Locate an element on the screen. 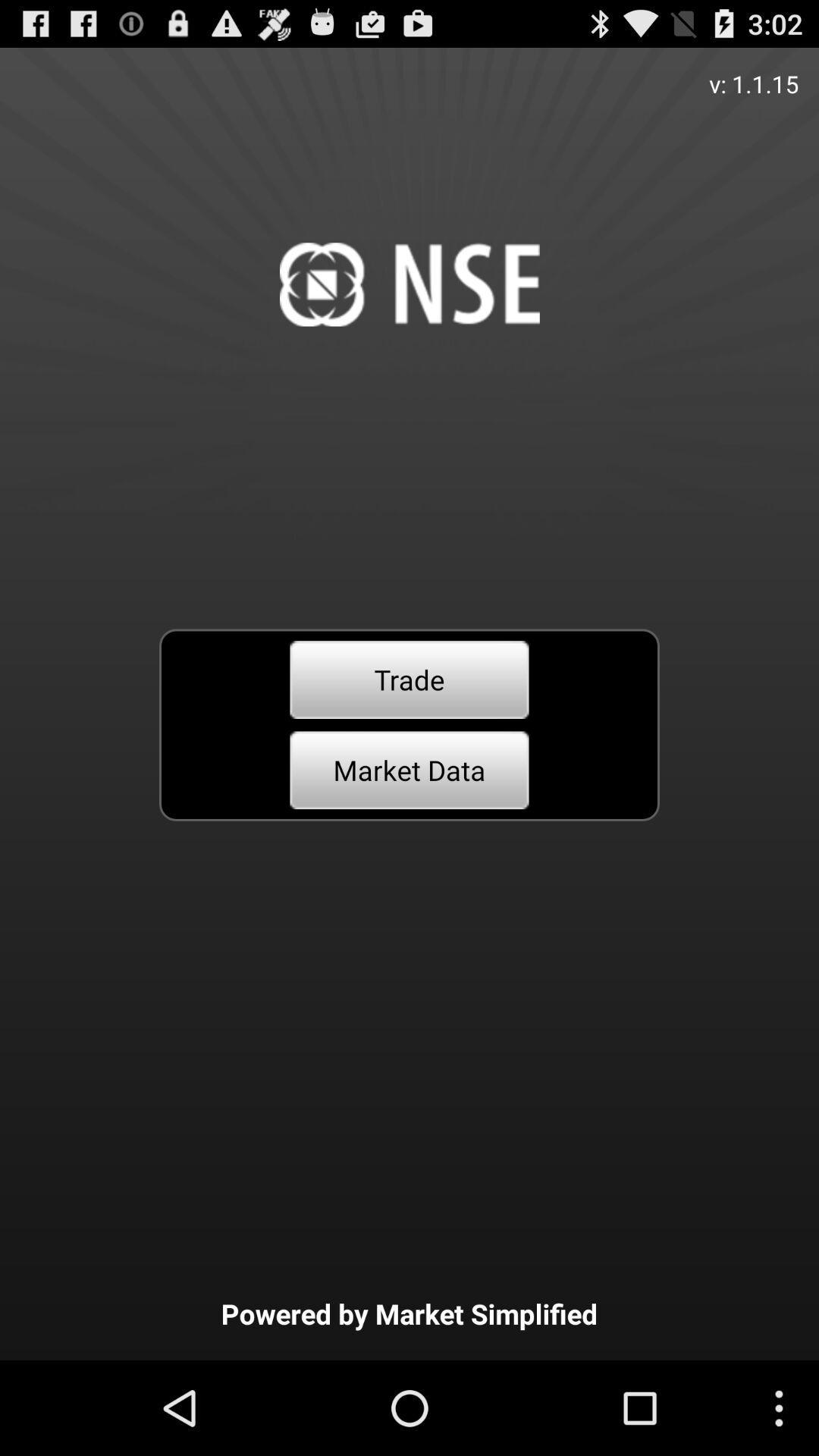 The image size is (819, 1456). item above market data is located at coordinates (409, 679).